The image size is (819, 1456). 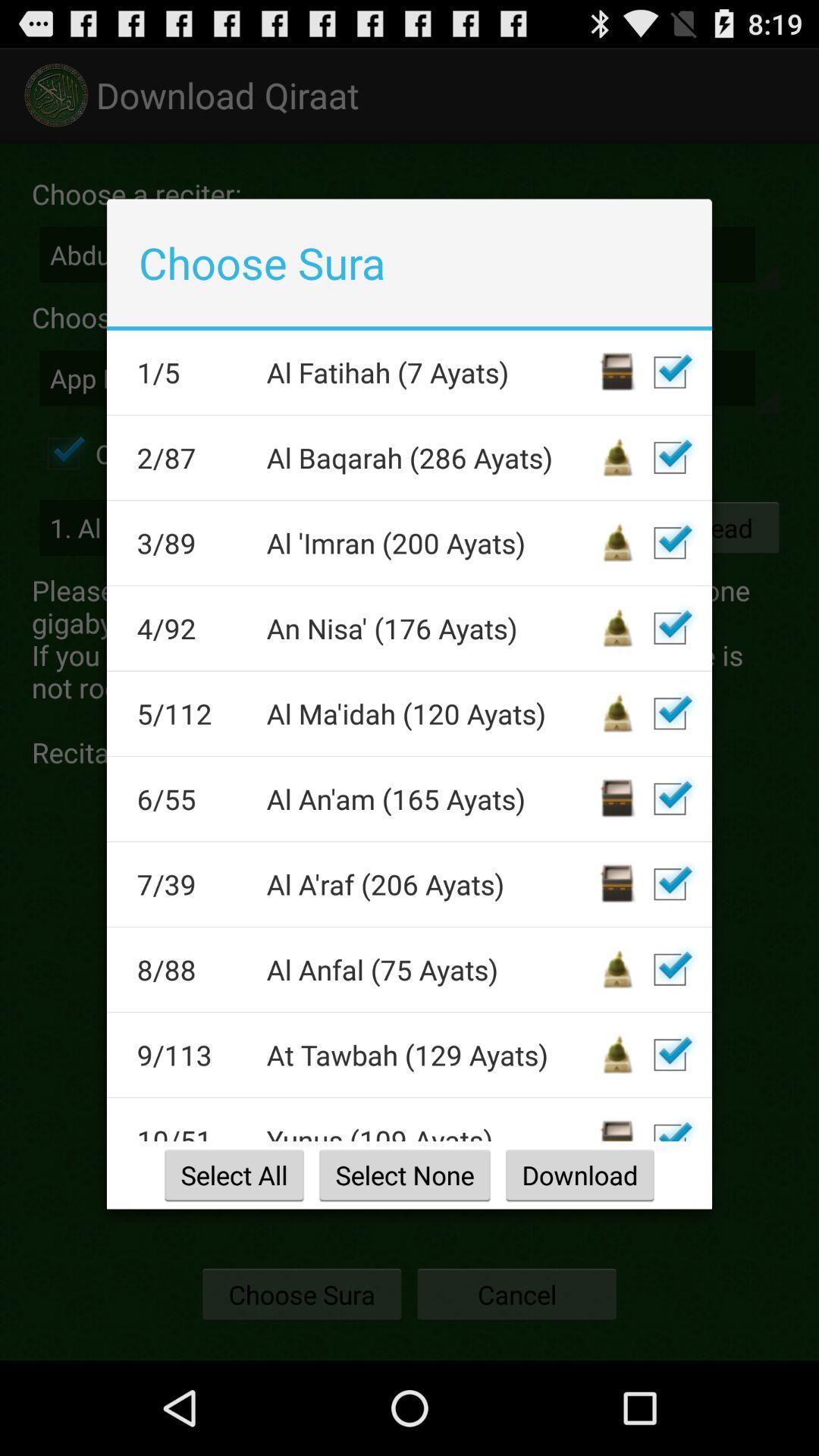 I want to click on the icon to the left of the al an am item, so click(x=191, y=798).